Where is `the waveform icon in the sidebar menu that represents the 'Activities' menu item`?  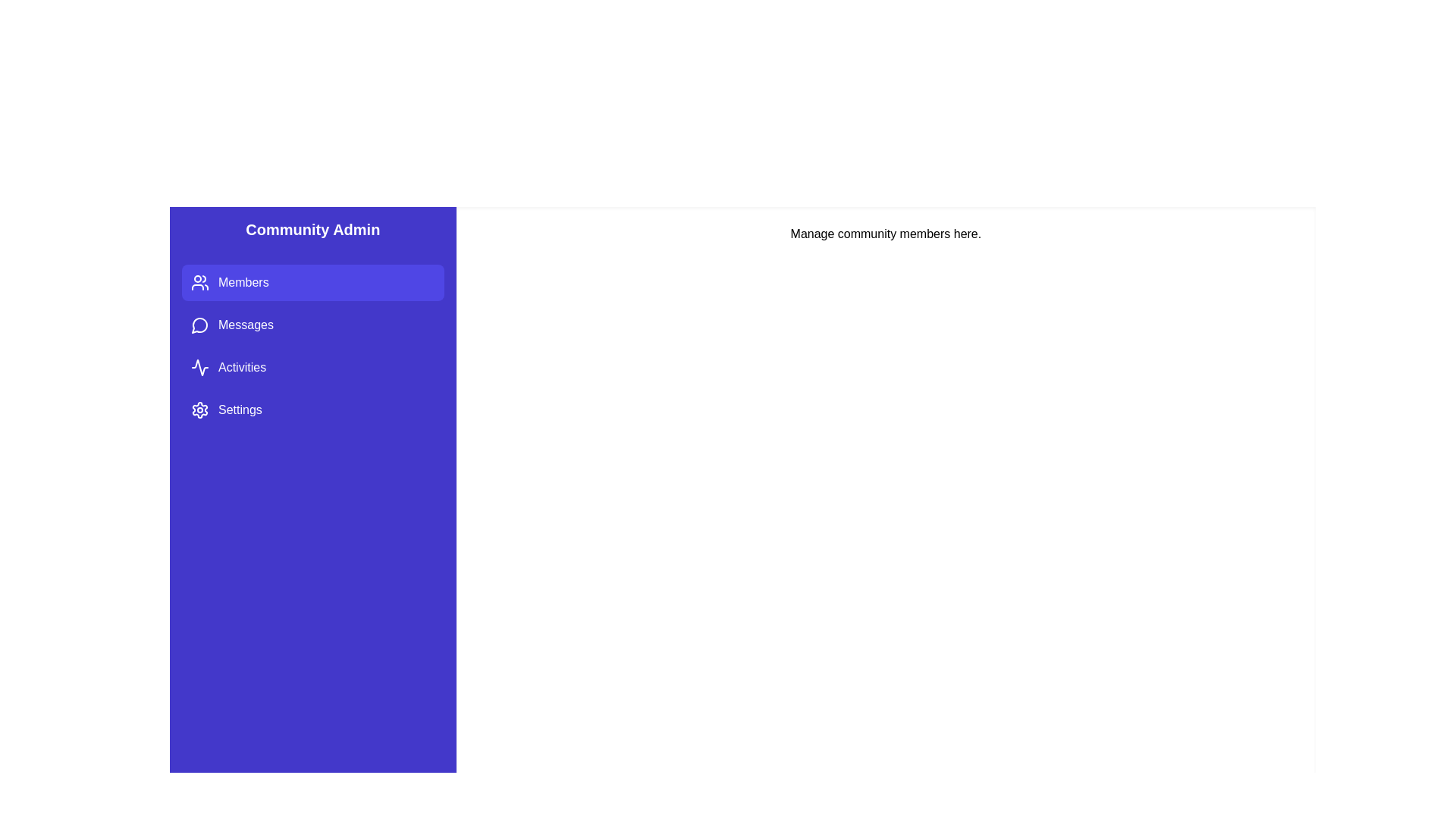
the waveform icon in the sidebar menu that represents the 'Activities' menu item is located at coordinates (199, 368).